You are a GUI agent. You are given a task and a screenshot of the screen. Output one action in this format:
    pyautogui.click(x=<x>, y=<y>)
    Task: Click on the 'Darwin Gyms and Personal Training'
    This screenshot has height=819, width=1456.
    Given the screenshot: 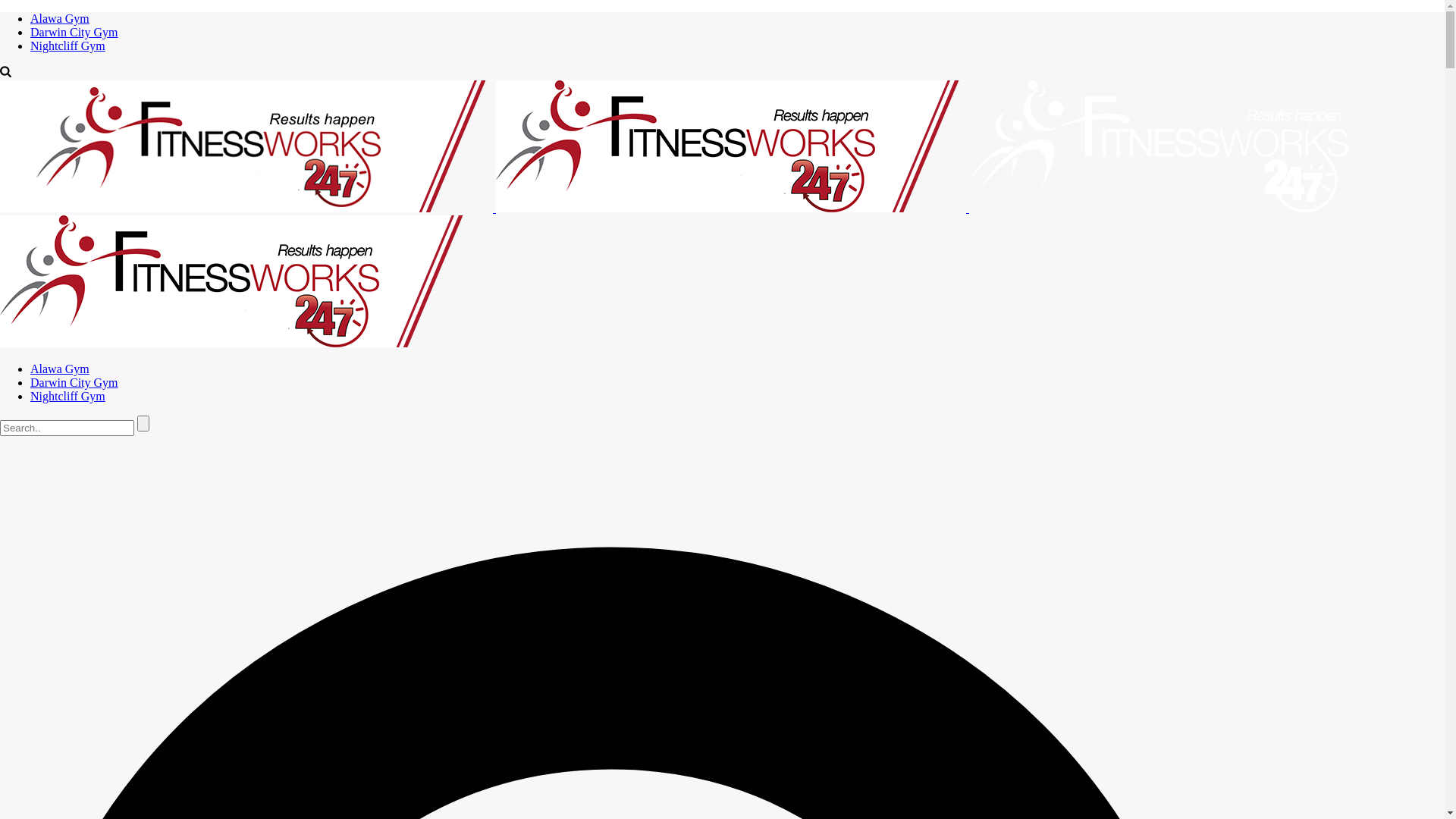 What is the action you would take?
    pyautogui.click(x=234, y=281)
    